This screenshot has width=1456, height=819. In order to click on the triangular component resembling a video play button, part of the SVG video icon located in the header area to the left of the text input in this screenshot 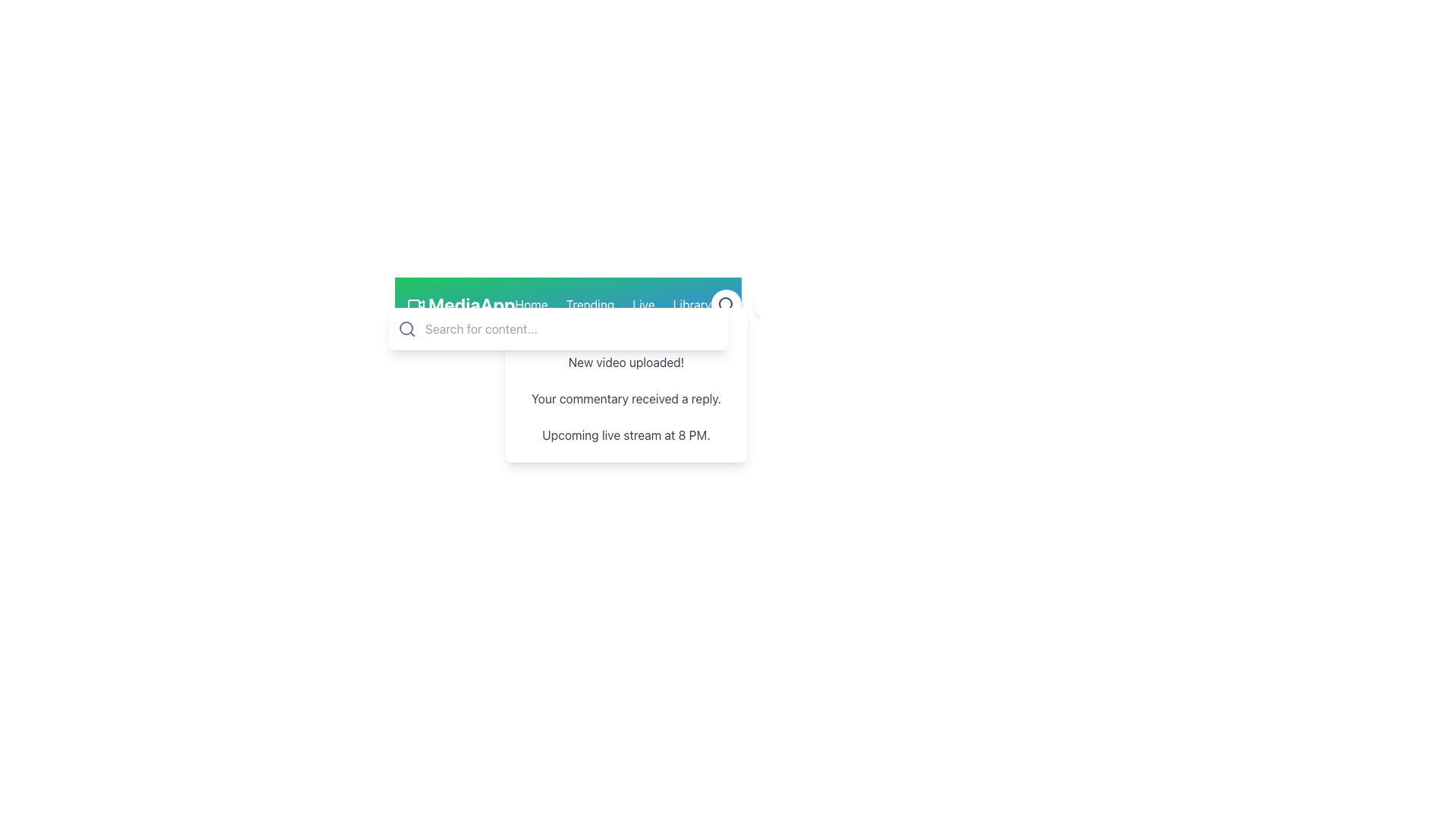, I will do `click(422, 304)`.